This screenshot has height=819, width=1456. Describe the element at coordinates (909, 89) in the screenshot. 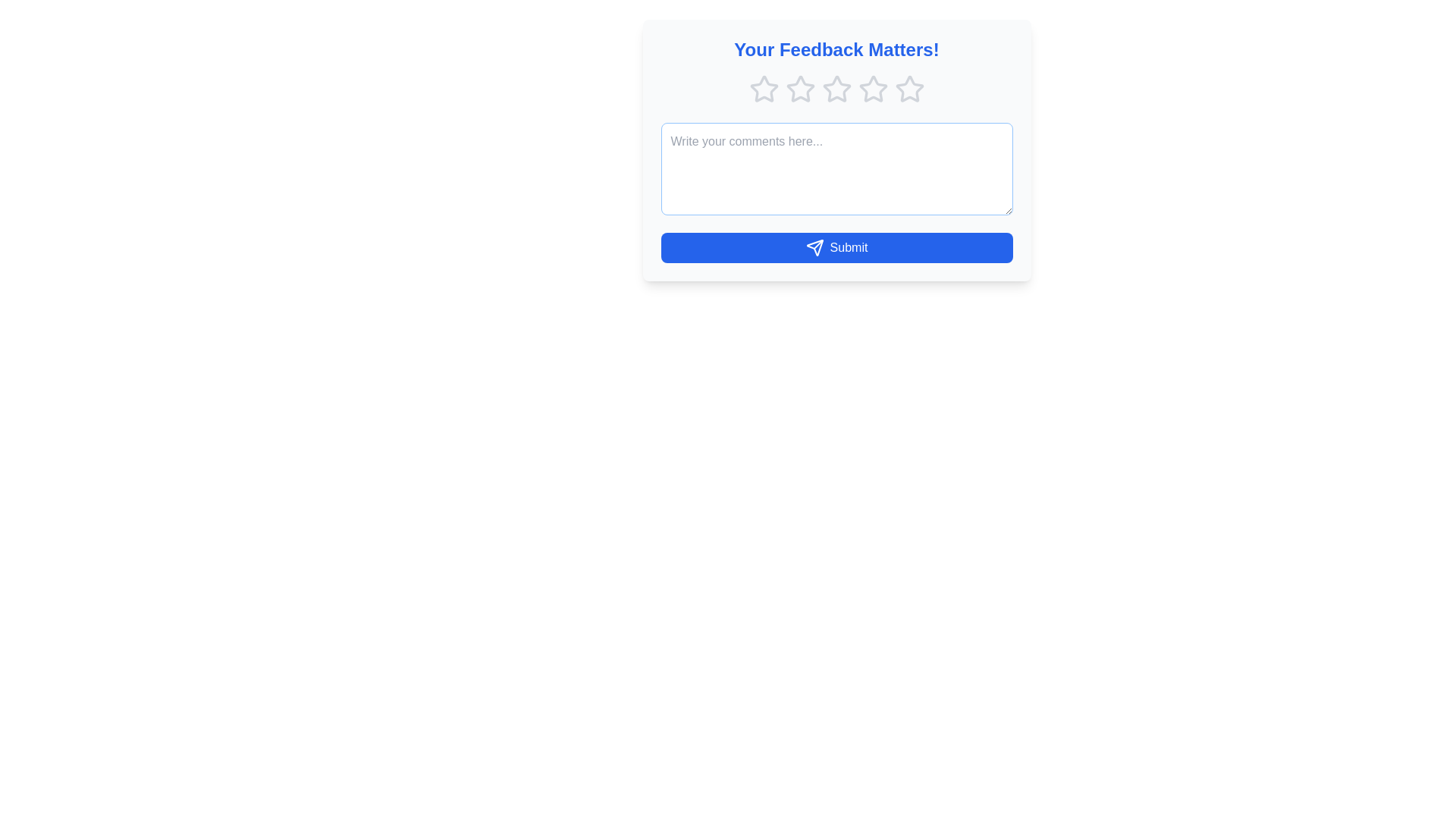

I see `the fifth star icon in the rating control under the header 'Your Feedback Matters!'` at that location.